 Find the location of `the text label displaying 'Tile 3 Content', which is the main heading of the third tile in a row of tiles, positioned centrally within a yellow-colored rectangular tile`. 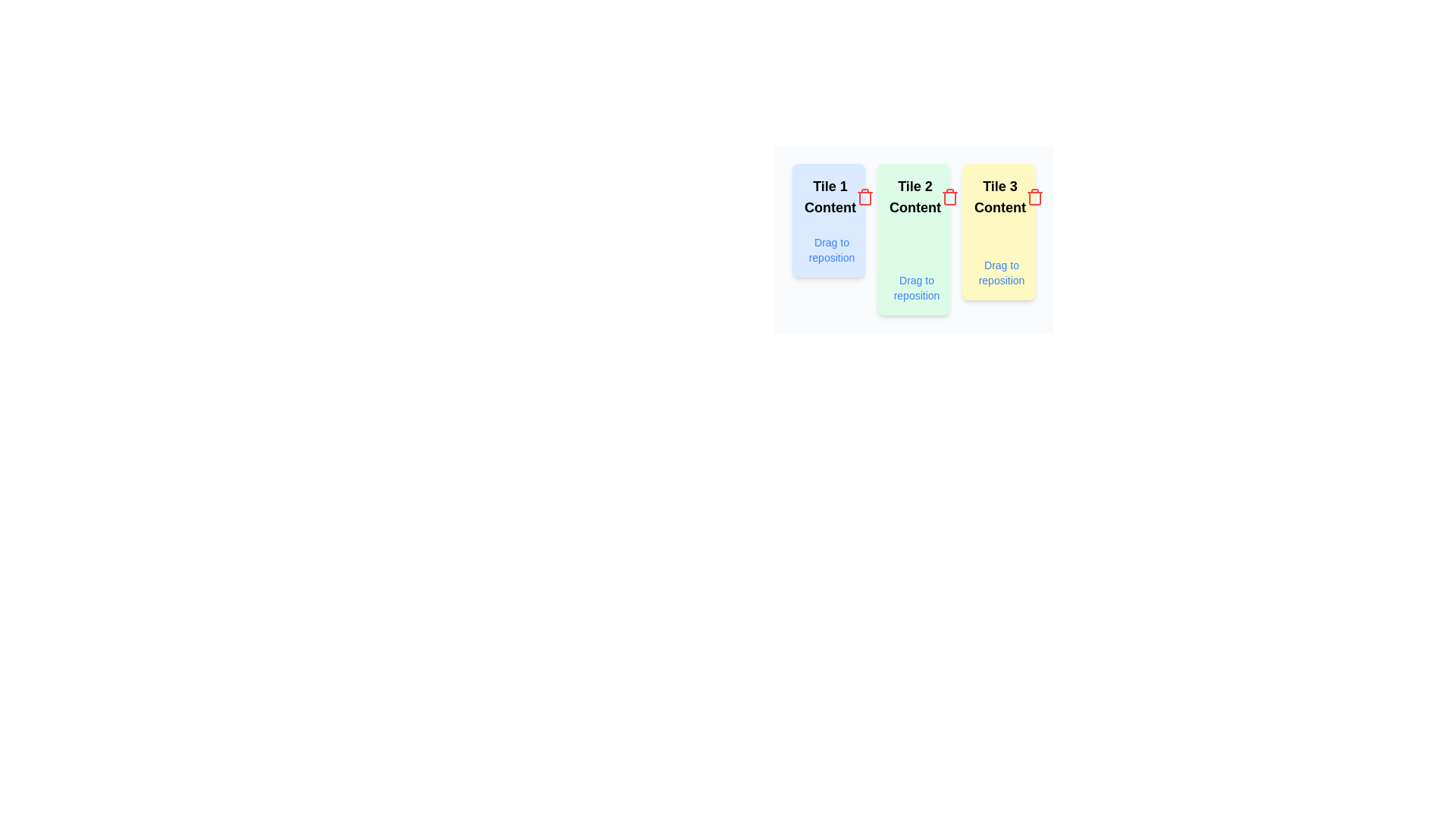

the text label displaying 'Tile 3 Content', which is the main heading of the third tile in a row of tiles, positioned centrally within a yellow-colored rectangular tile is located at coordinates (1000, 196).